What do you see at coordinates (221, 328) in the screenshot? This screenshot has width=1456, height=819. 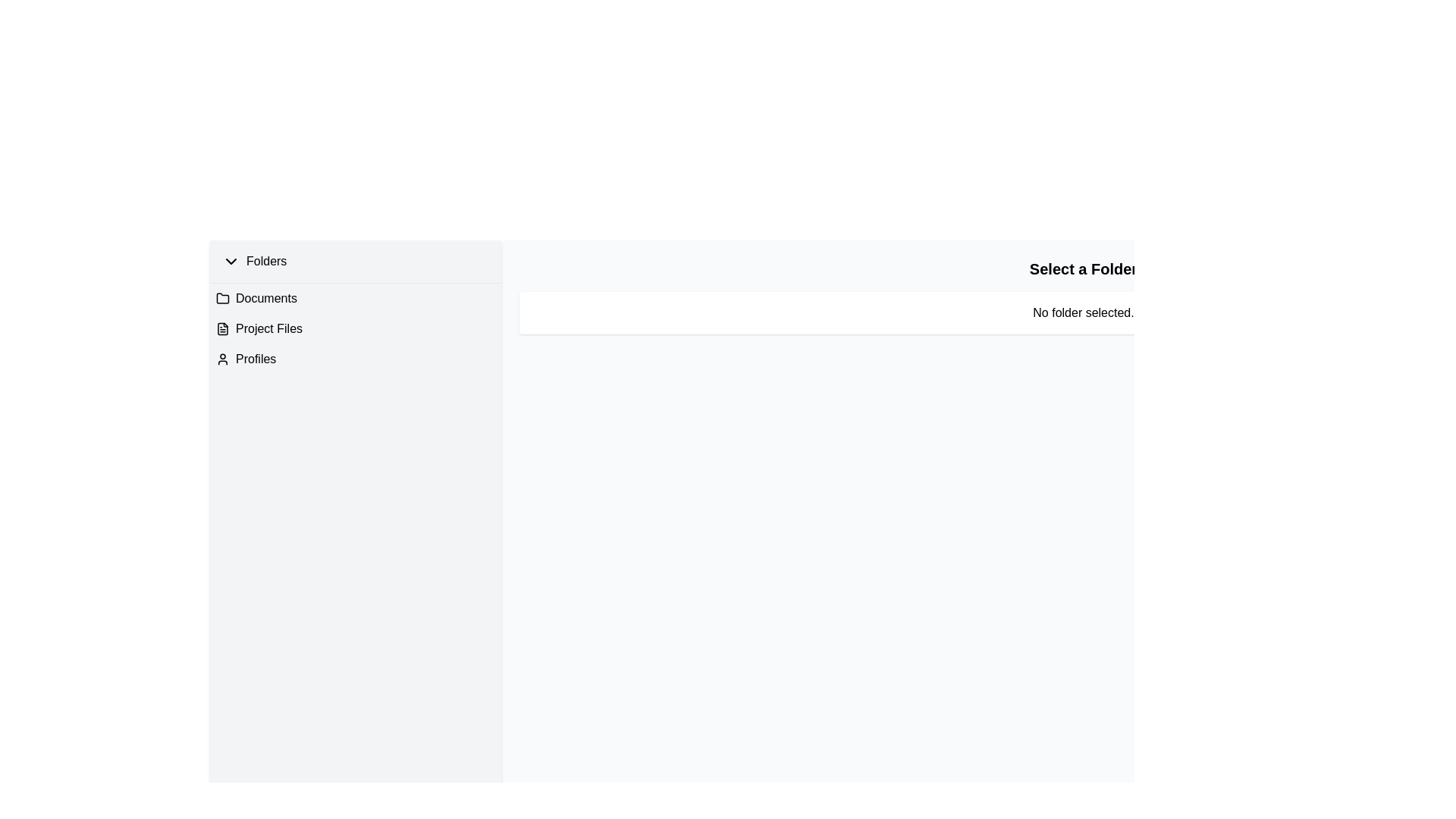 I see `the compact document icon located to the left of the 'Project Files' label in the left navigation panel` at bounding box center [221, 328].